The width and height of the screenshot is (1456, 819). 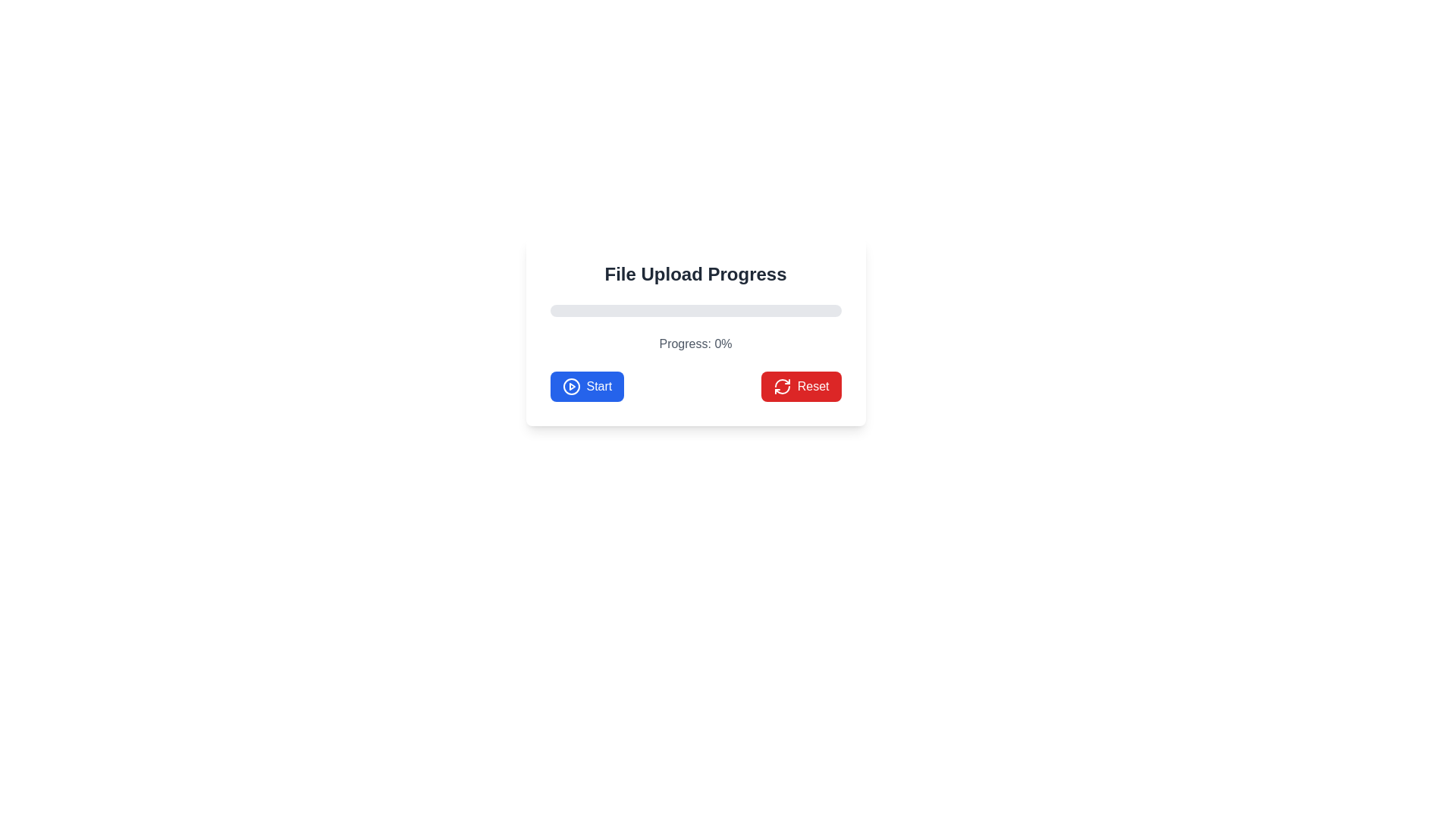 I want to click on the Button Group located at the bottom of the 'File Upload Progress' card interface, which is used for starting or resetting the upload process, so click(x=695, y=385).